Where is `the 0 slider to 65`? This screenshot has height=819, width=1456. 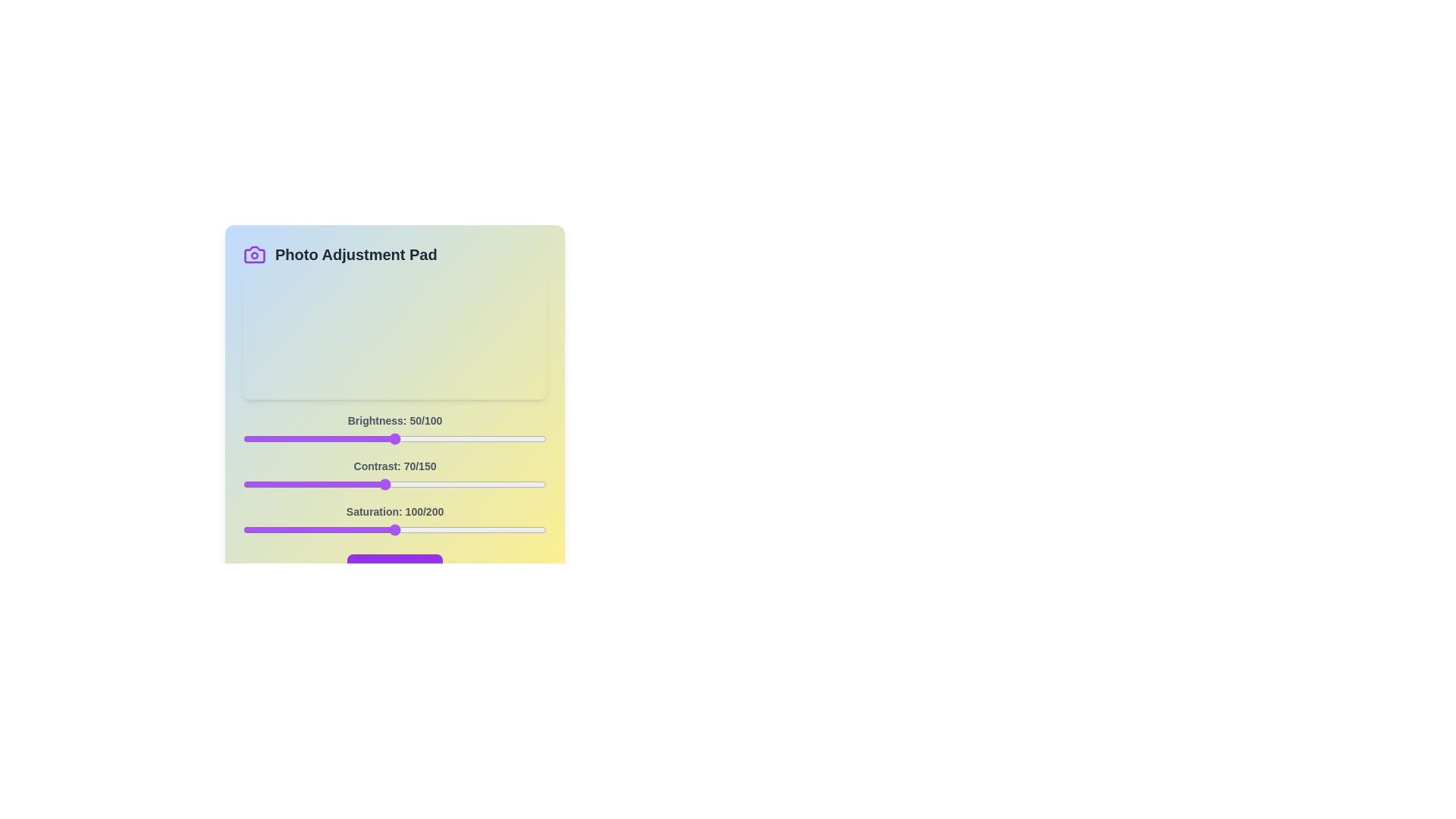 the 0 slider to 65 is located at coordinates (439, 438).